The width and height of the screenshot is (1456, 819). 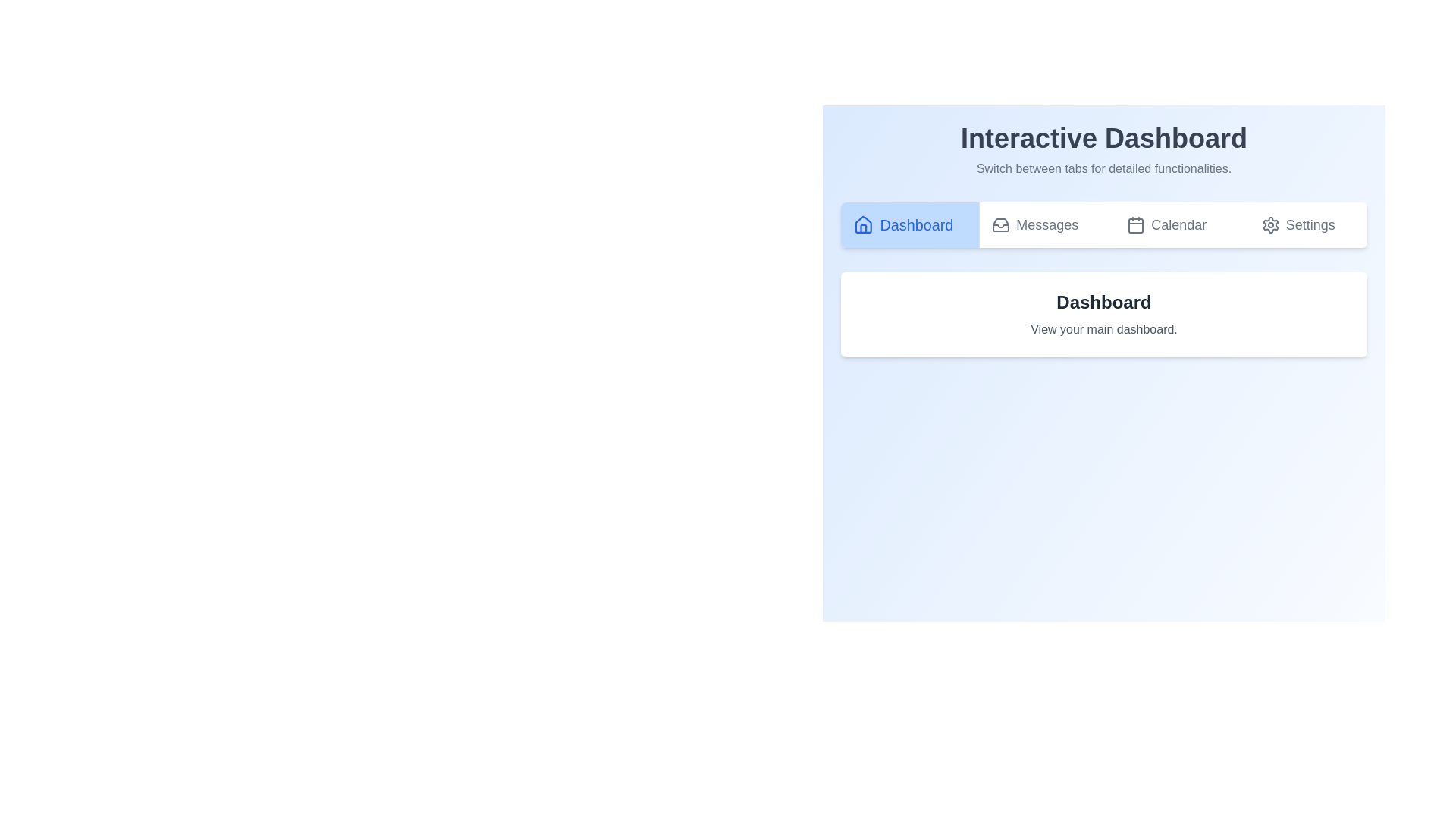 I want to click on the static text display at the top-middle of the interface, which serves as a header for the navigation buttons below, so click(x=1103, y=151).